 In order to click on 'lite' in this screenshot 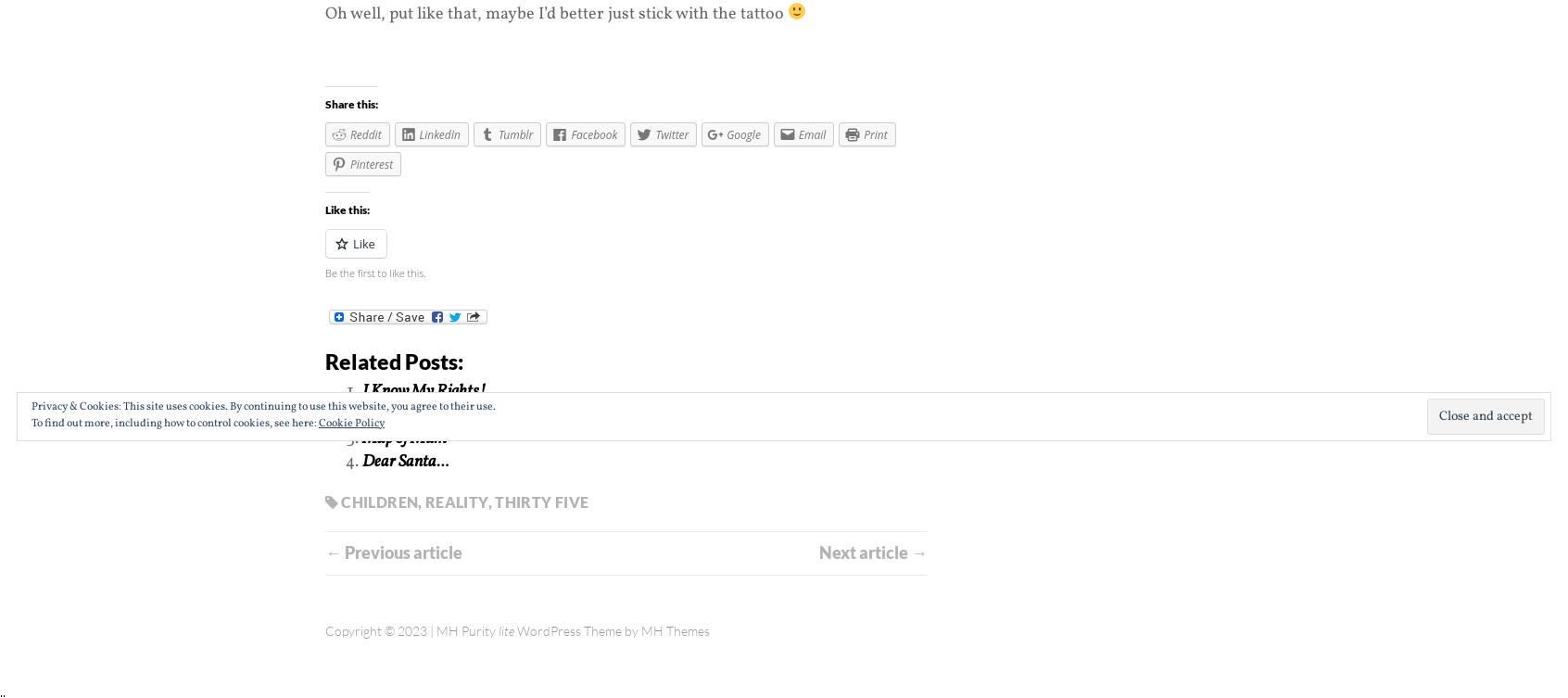, I will do `click(506, 628)`.